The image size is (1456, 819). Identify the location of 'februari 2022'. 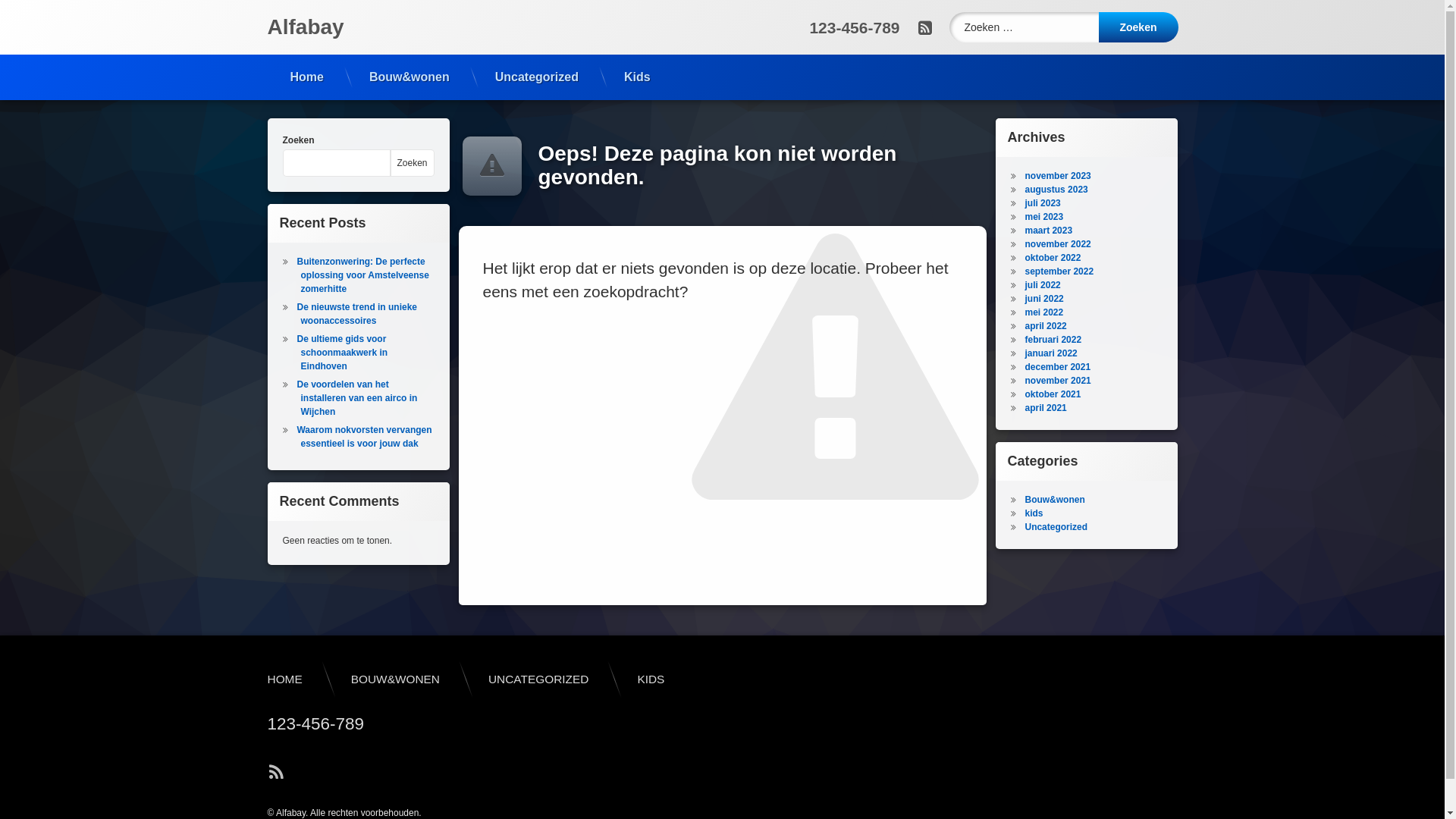
(1052, 338).